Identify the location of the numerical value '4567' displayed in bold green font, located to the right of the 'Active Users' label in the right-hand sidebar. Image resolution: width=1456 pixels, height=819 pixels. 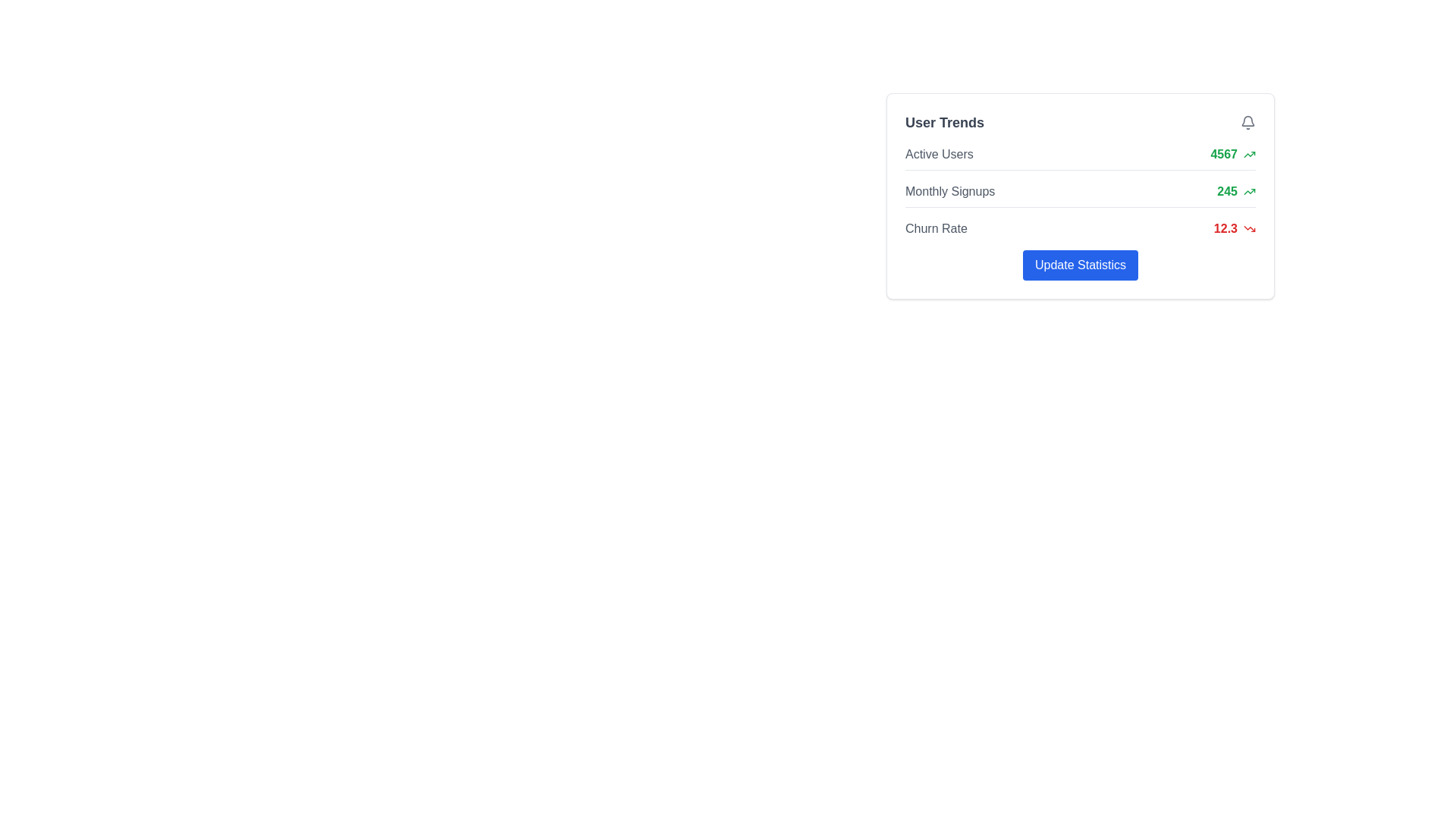
(1233, 155).